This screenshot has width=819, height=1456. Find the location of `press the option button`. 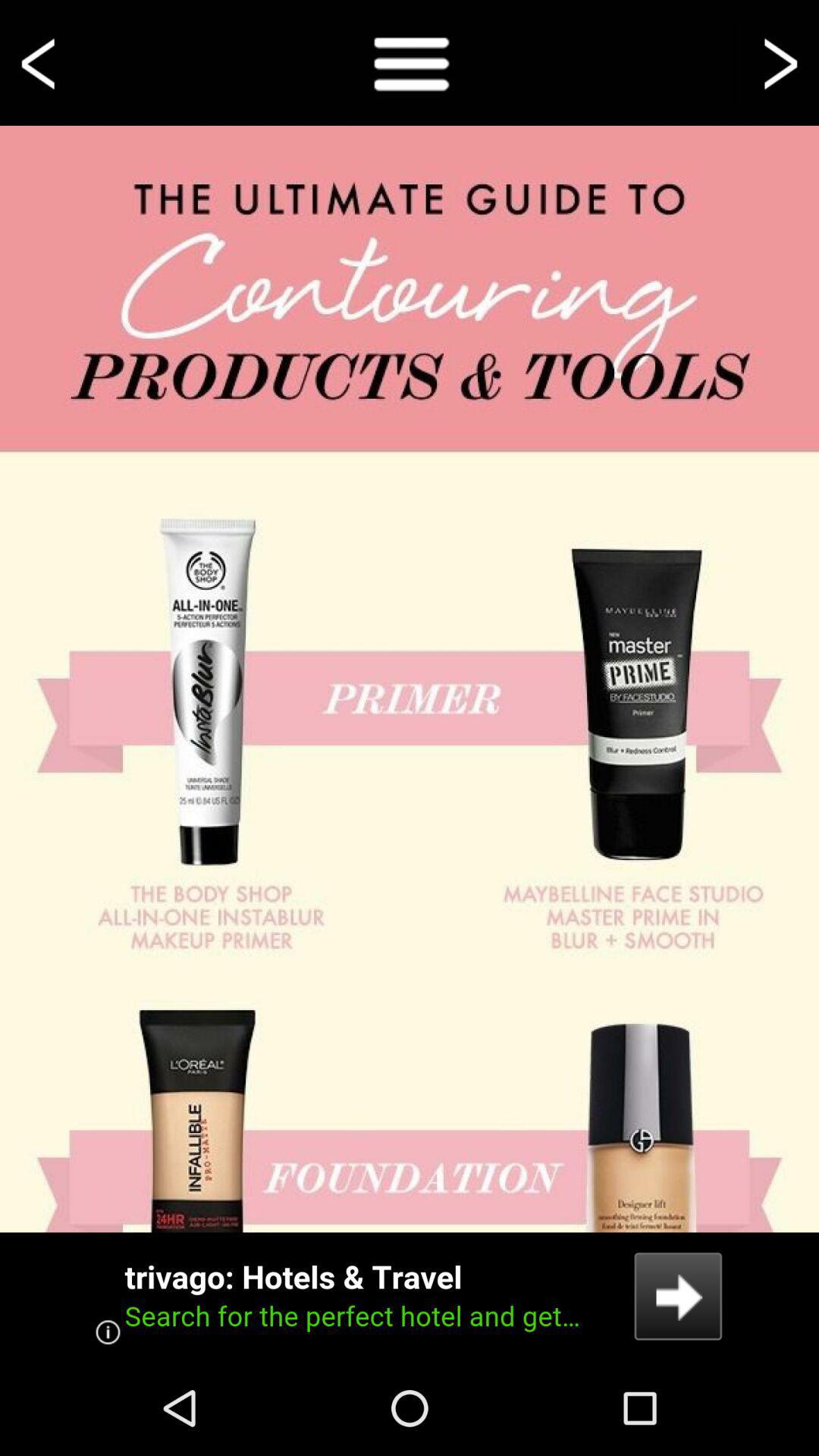

press the option button is located at coordinates (409, 61).